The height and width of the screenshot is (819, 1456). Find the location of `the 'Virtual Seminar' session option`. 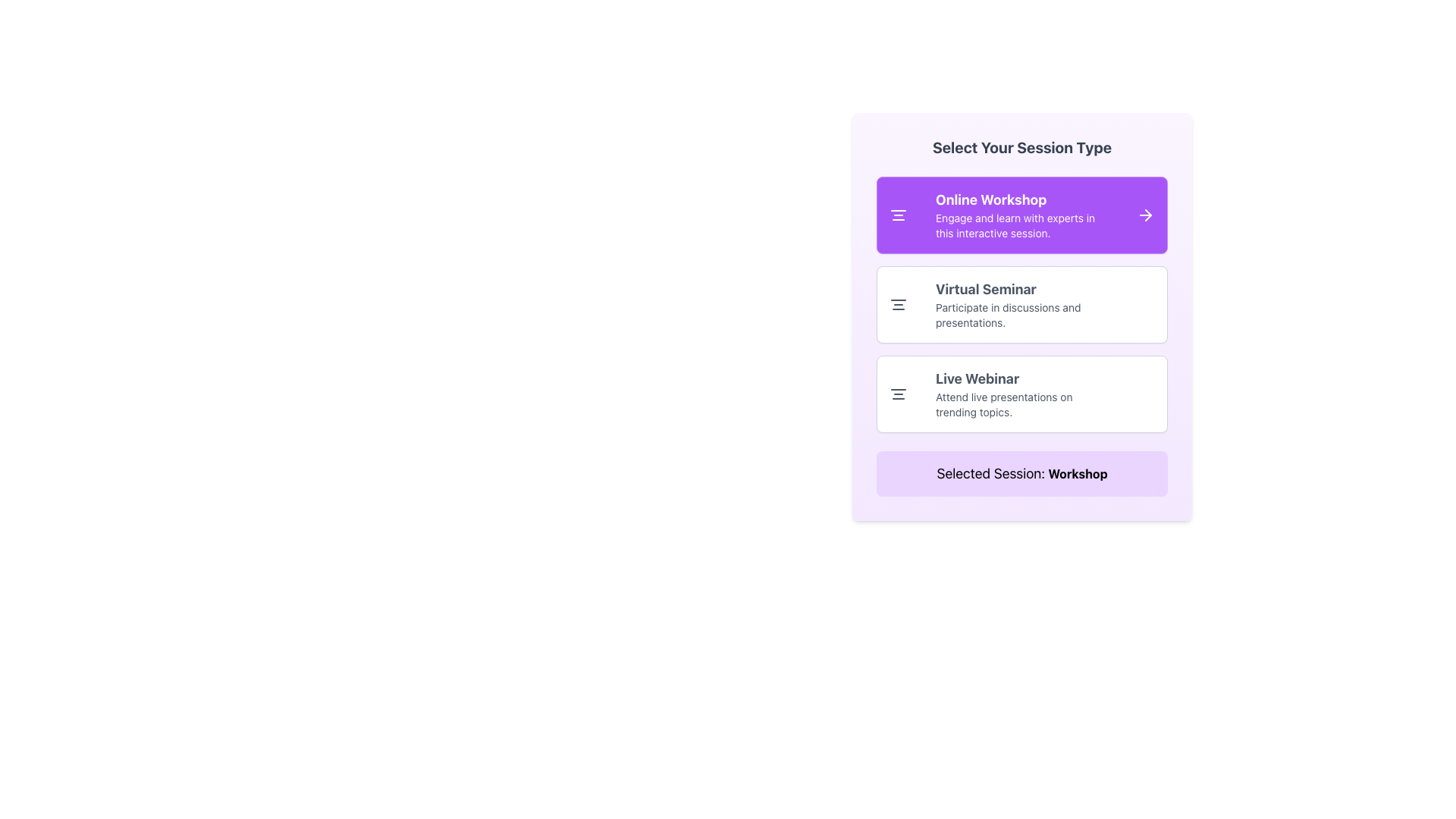

the 'Virtual Seminar' session option is located at coordinates (1022, 304).